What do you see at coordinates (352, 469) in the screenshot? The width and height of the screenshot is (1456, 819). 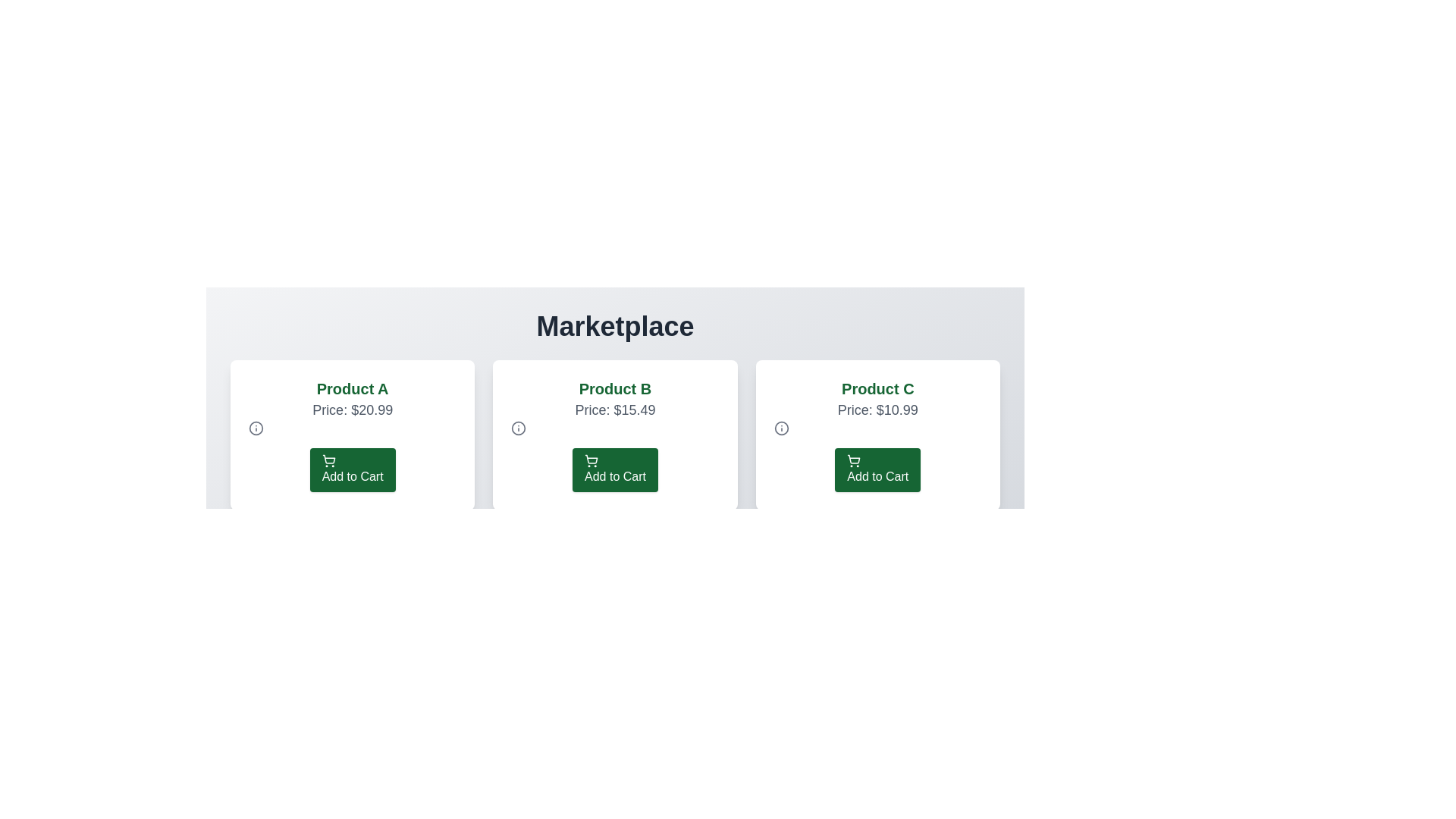 I see `the button that adds 'Product A' to the shopping cart` at bounding box center [352, 469].